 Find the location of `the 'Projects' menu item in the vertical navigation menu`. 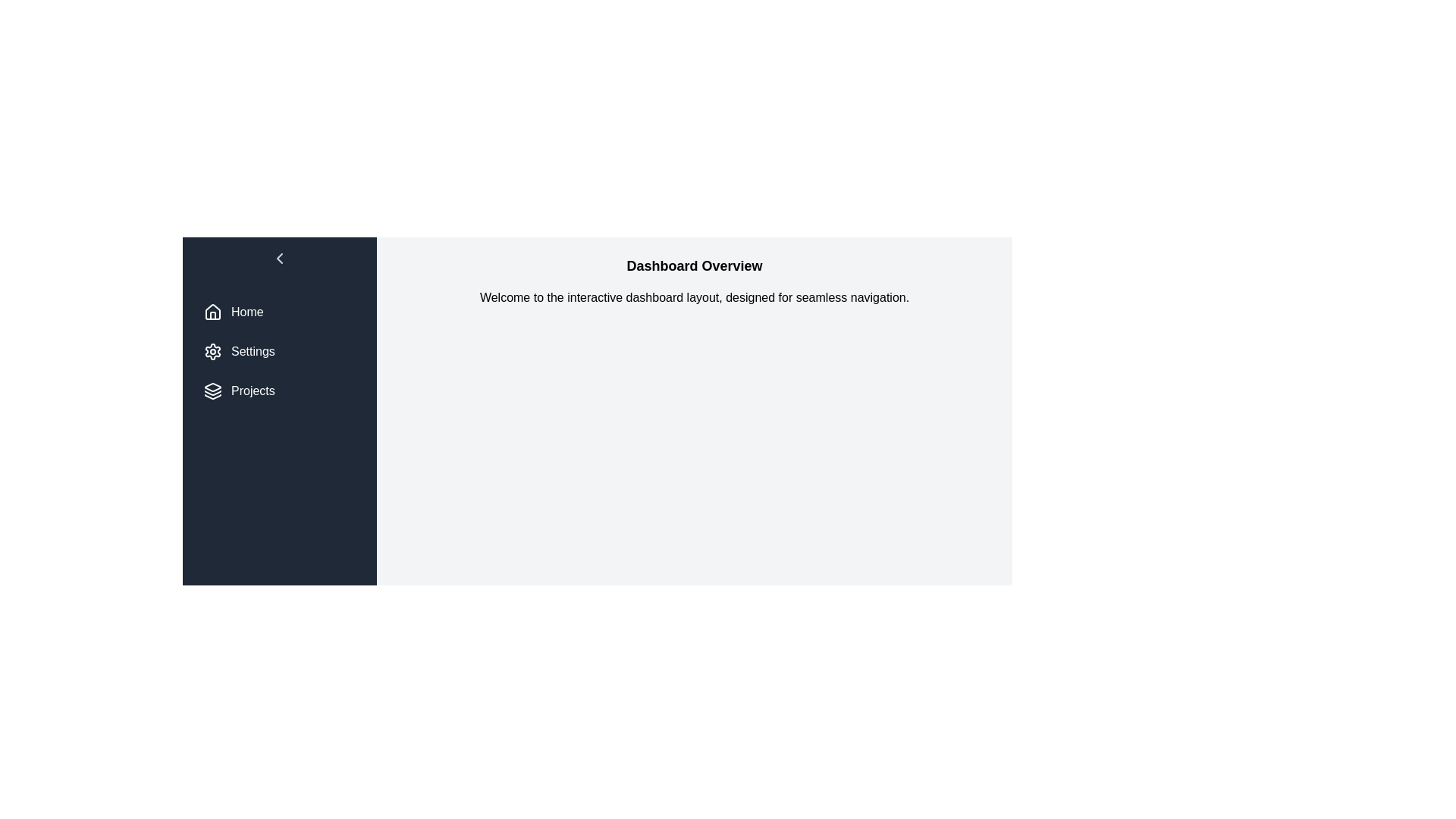

the 'Projects' menu item in the vertical navigation menu is located at coordinates (212, 391).